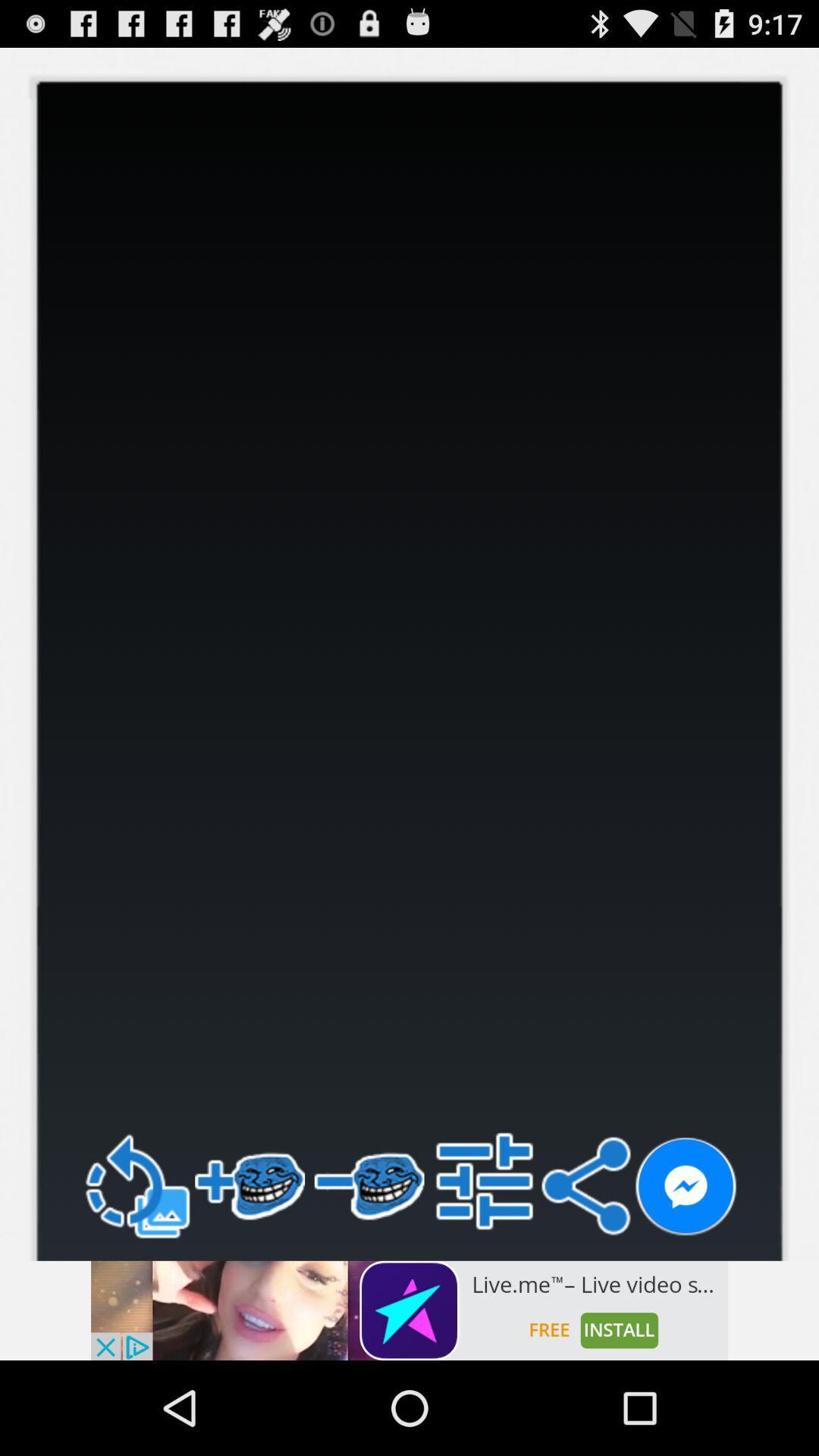 This screenshot has width=819, height=1456. Describe the element at coordinates (135, 1185) in the screenshot. I see `refresh option` at that location.